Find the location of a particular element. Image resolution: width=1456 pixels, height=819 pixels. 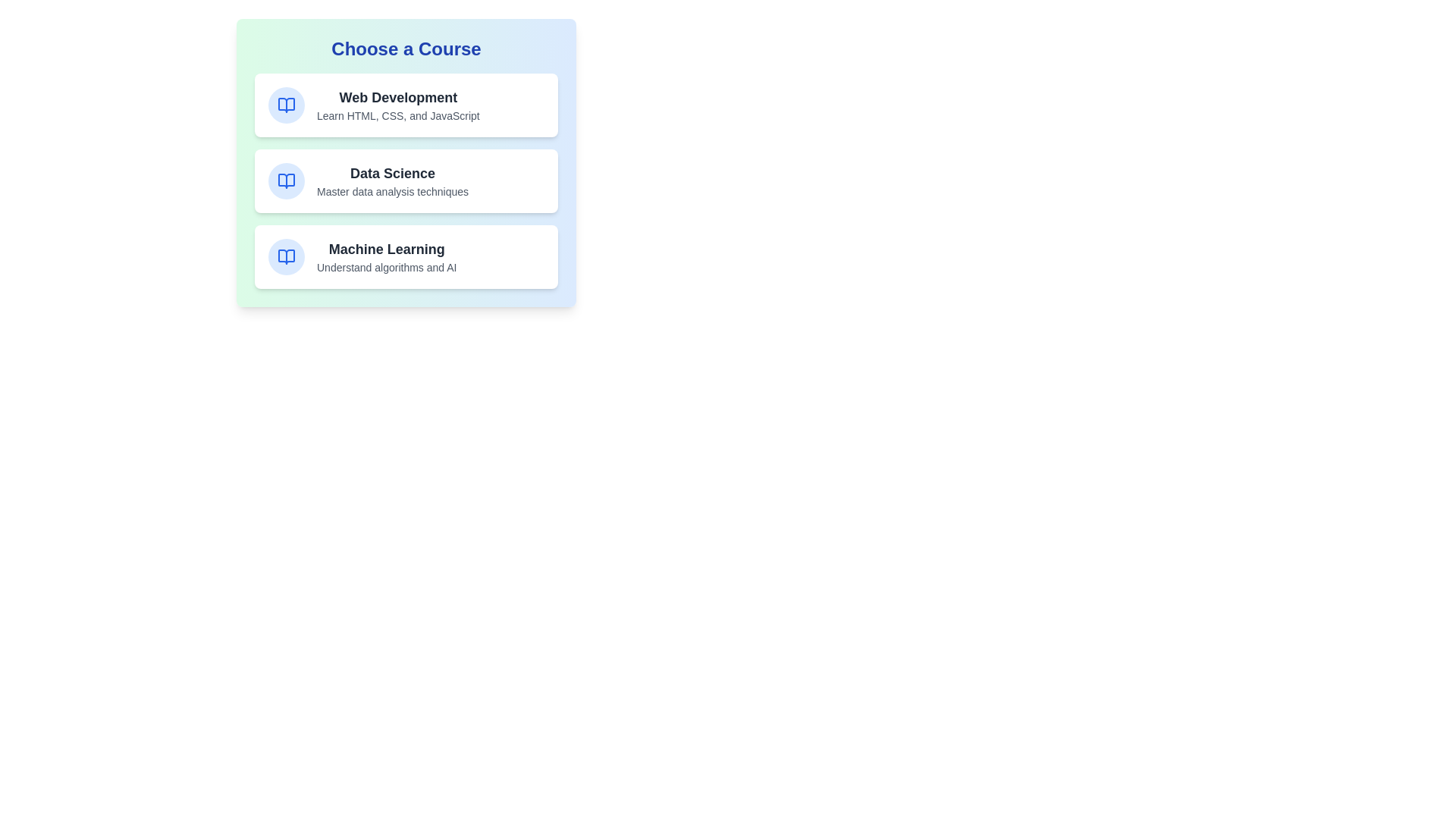

the text content element that provides information about the course titled 'Machine Learning' and its description, 'Understand algorithms and AI', located in the third card of the 'Choose a Course' section is located at coordinates (387, 256).